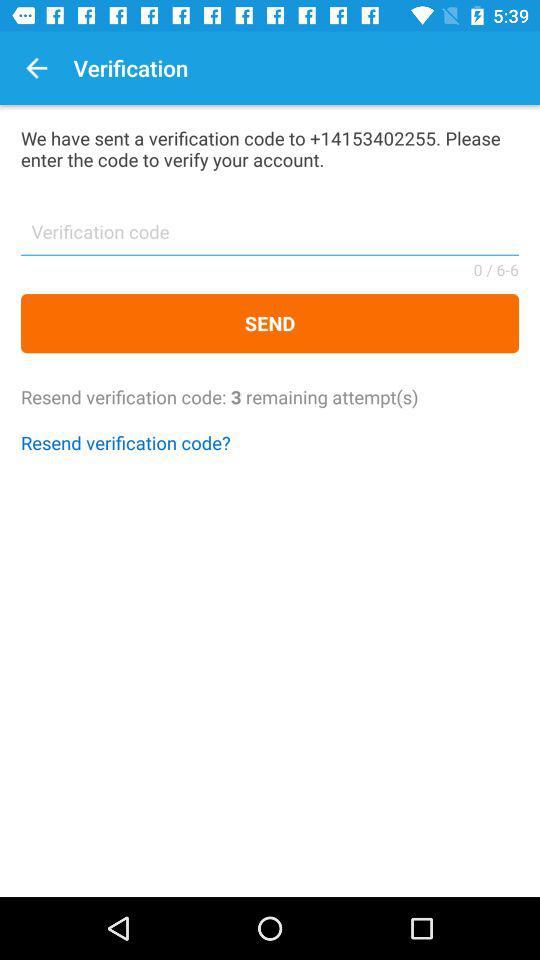 Image resolution: width=540 pixels, height=960 pixels. I want to click on go back, so click(36, 68).